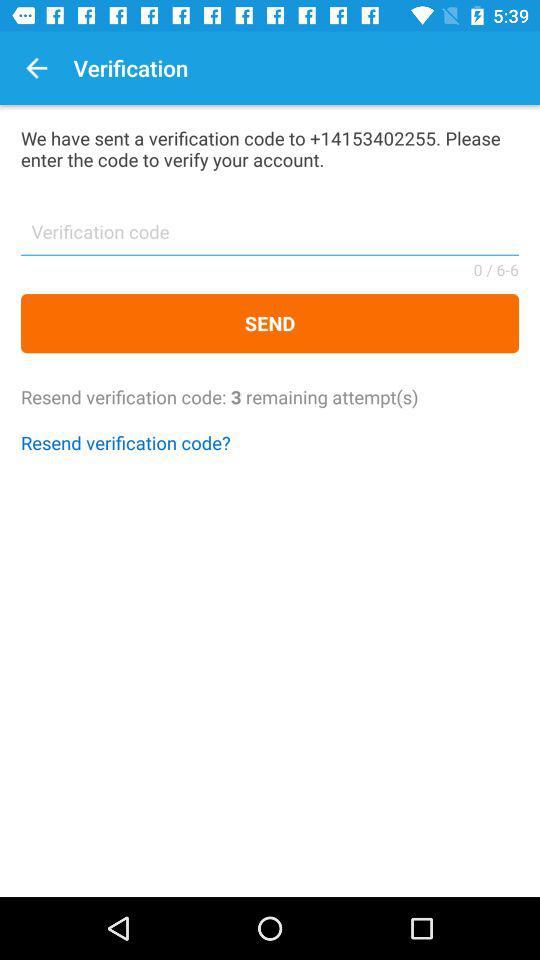 Image resolution: width=540 pixels, height=960 pixels. I want to click on go back, so click(36, 68).